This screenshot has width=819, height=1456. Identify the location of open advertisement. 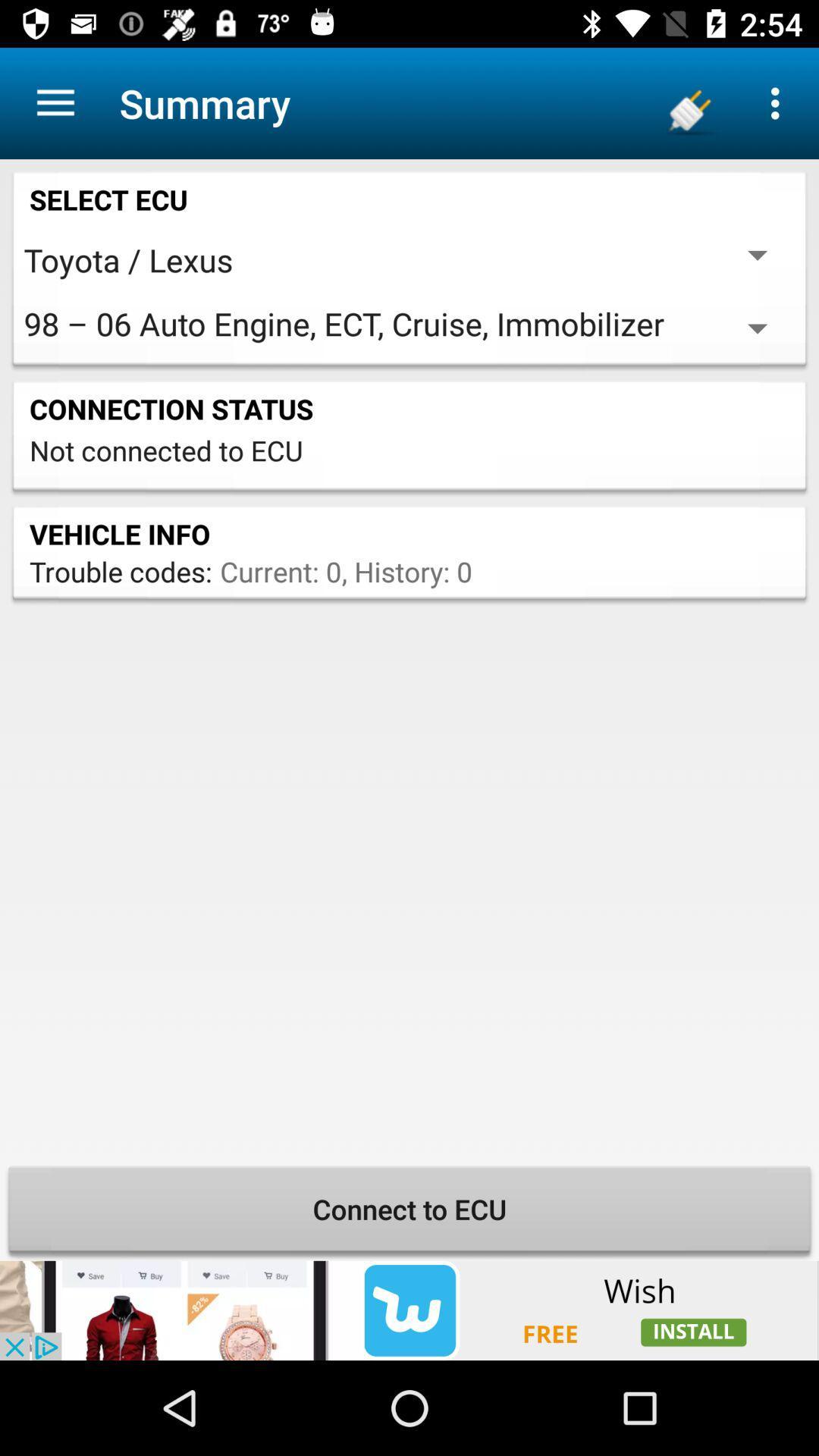
(409, 1310).